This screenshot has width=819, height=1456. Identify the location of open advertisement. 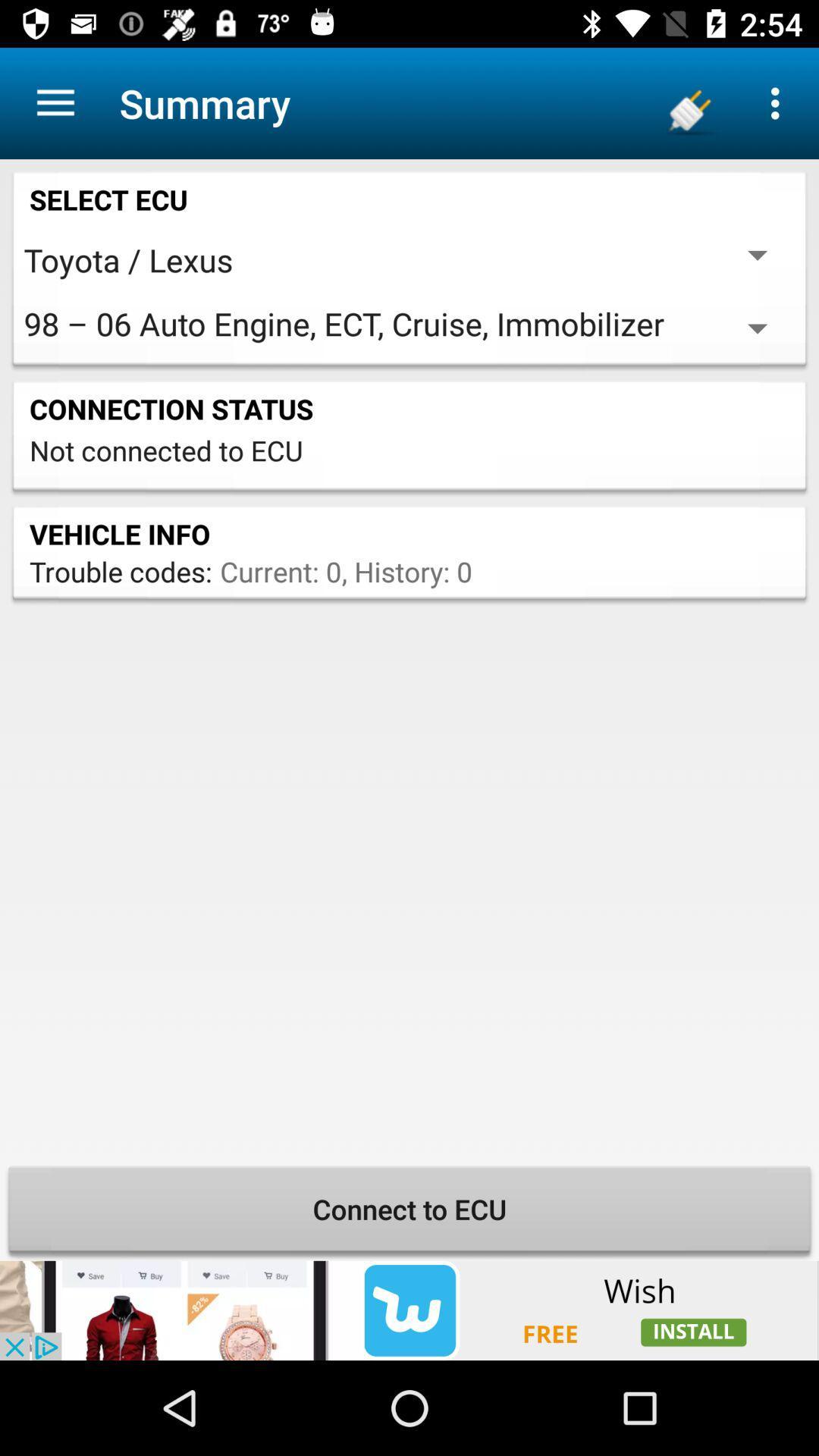
(409, 1310).